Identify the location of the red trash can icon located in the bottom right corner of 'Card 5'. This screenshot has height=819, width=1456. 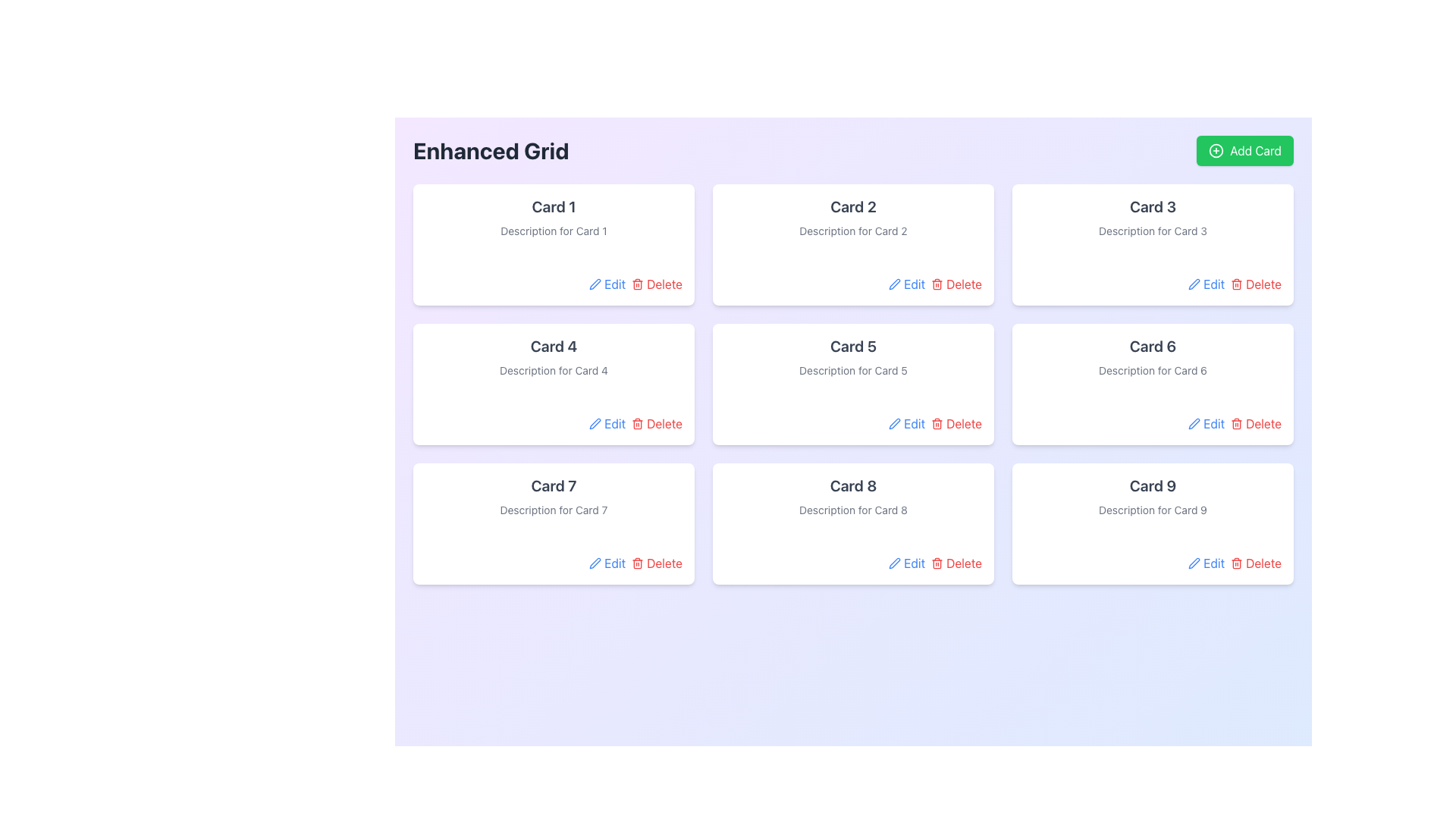
(937, 424).